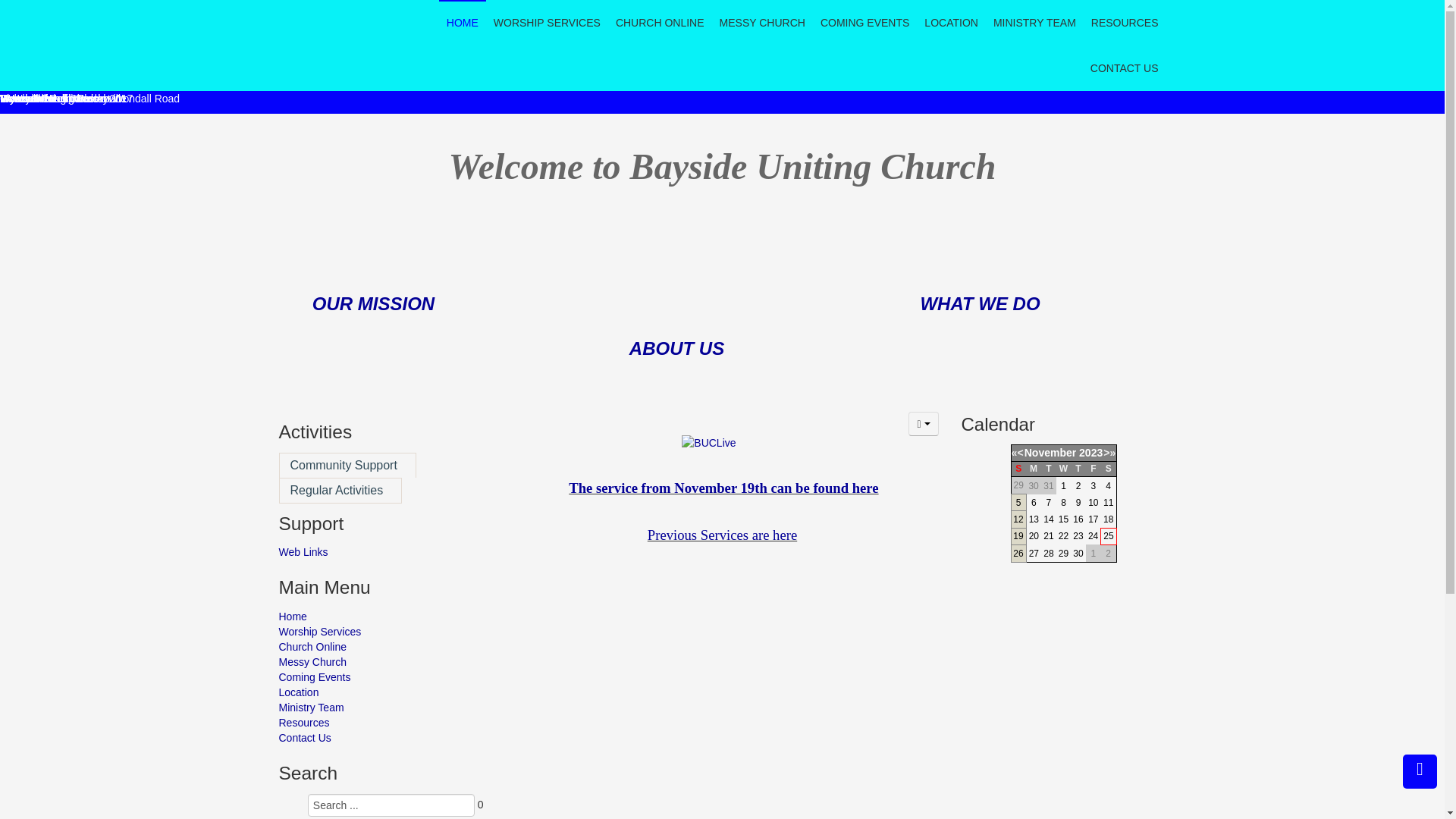  Describe the element at coordinates (381, 676) in the screenshot. I see `'Coming Events'` at that location.